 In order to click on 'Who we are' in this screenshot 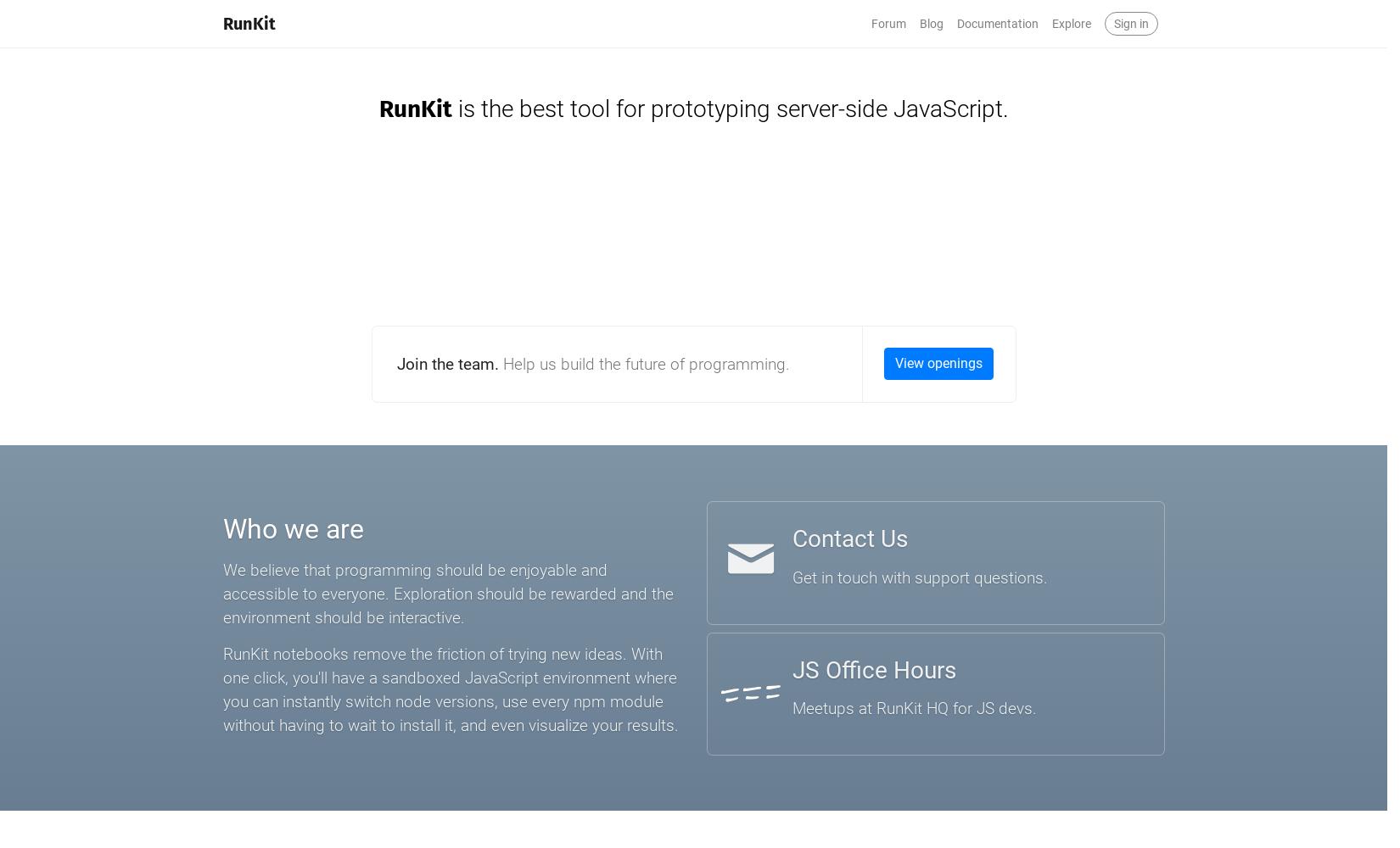, I will do `click(222, 528)`.